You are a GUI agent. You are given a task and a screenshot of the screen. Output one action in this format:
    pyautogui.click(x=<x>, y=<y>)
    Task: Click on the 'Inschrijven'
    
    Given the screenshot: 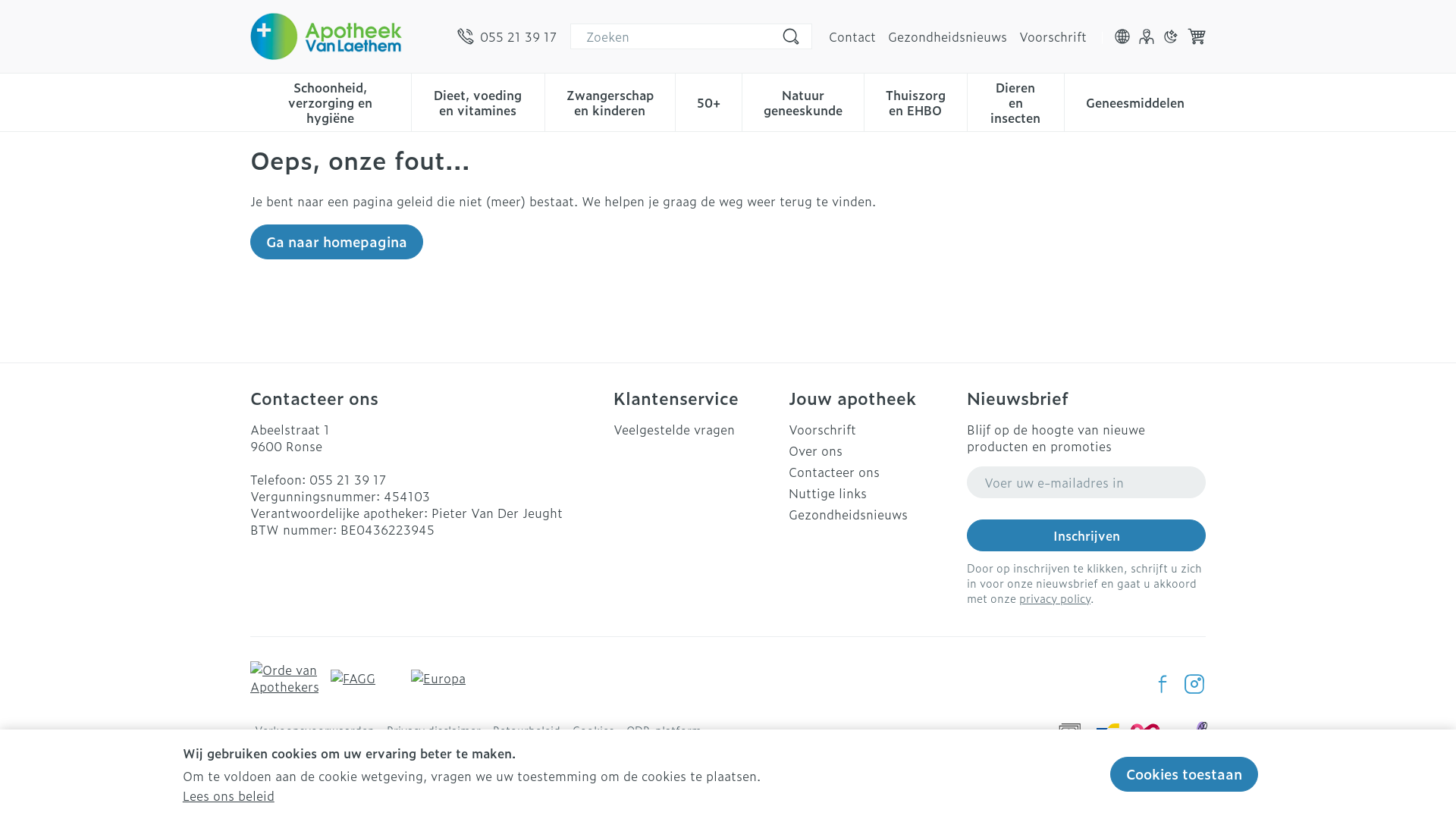 What is the action you would take?
    pyautogui.click(x=1085, y=534)
    